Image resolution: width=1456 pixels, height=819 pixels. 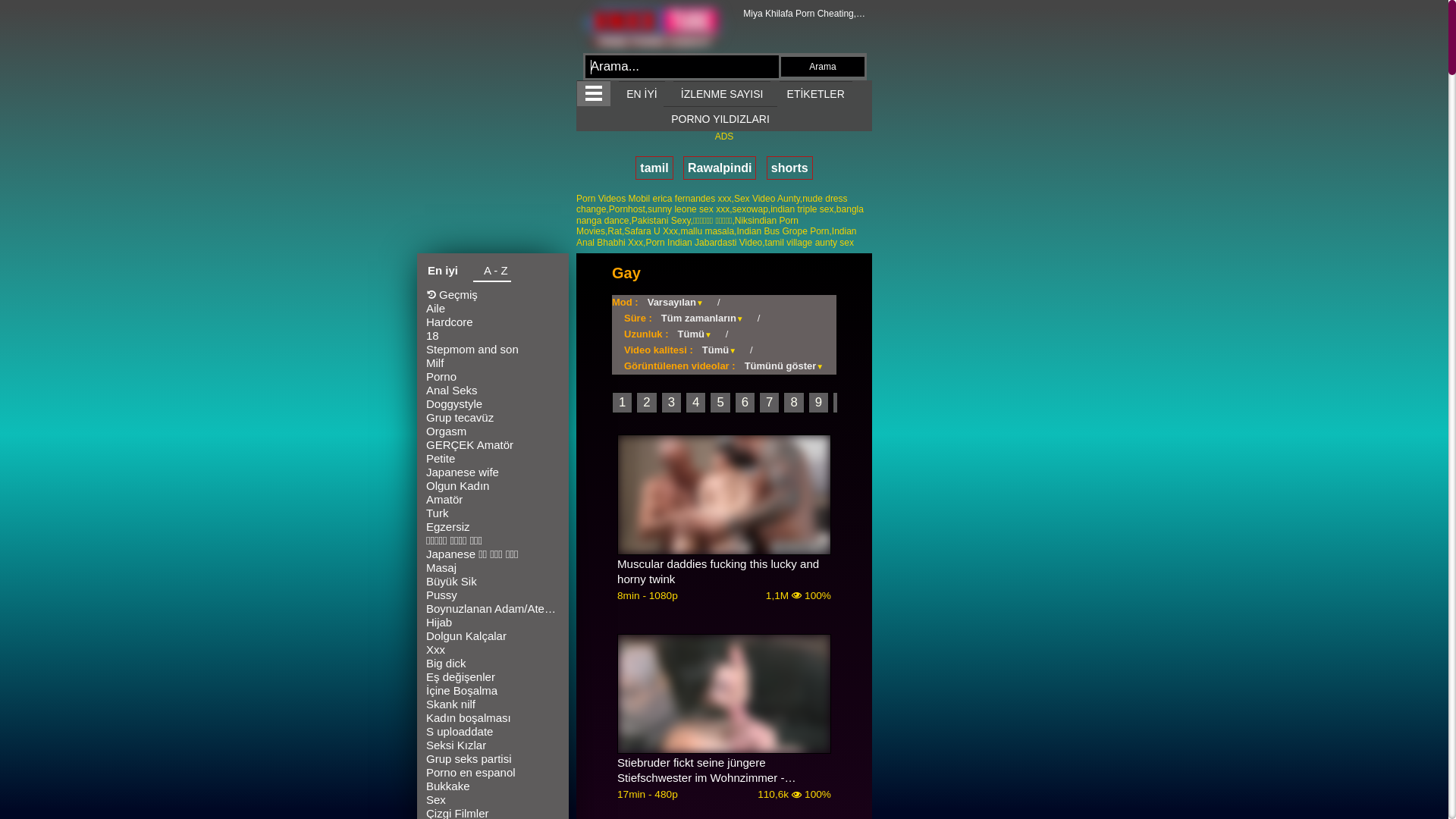 I want to click on 'Hijab', so click(x=492, y=623).